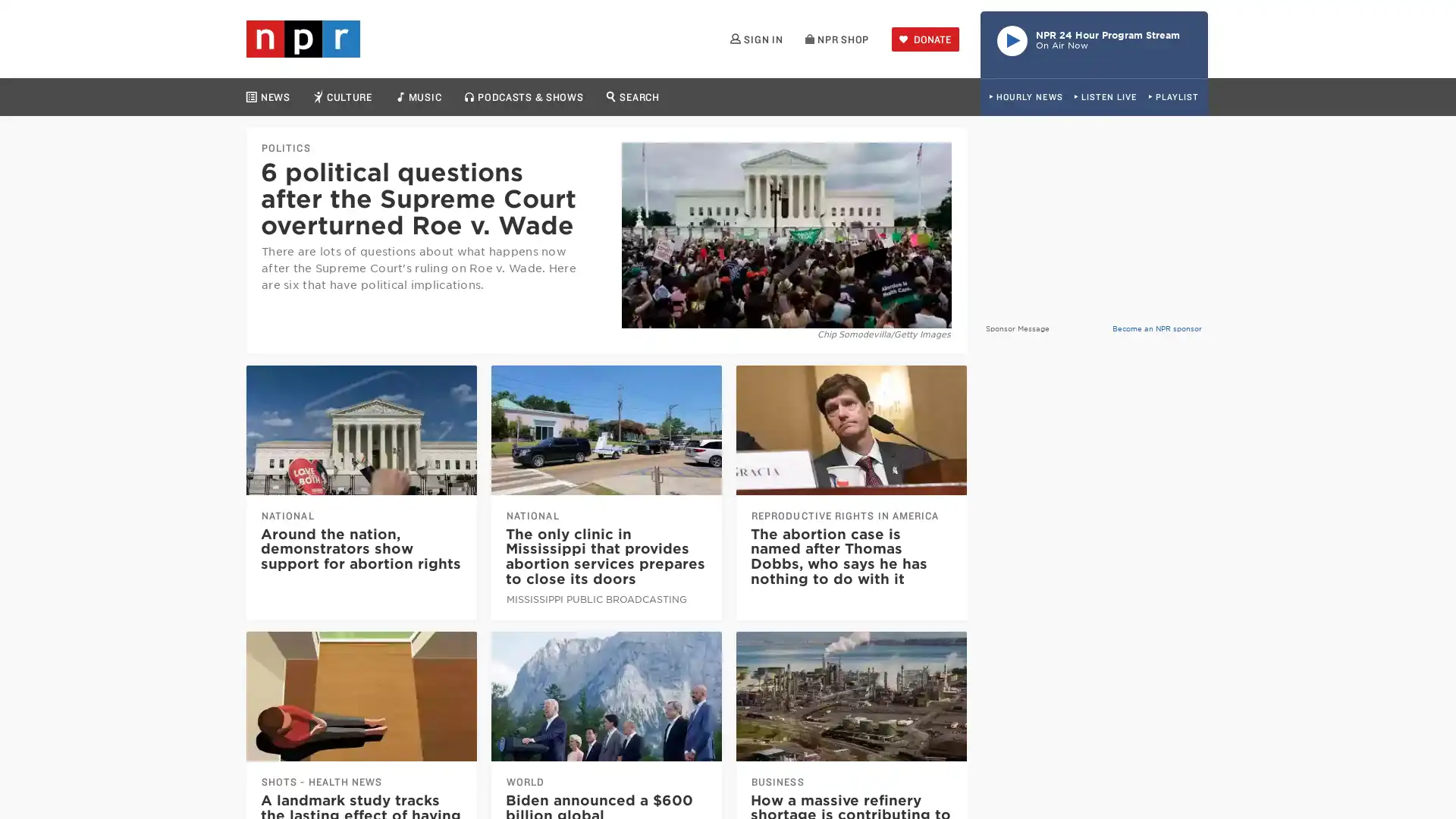 This screenshot has height=819, width=1456. What do you see at coordinates (1172, 97) in the screenshot?
I see `PLAYLIST` at bounding box center [1172, 97].